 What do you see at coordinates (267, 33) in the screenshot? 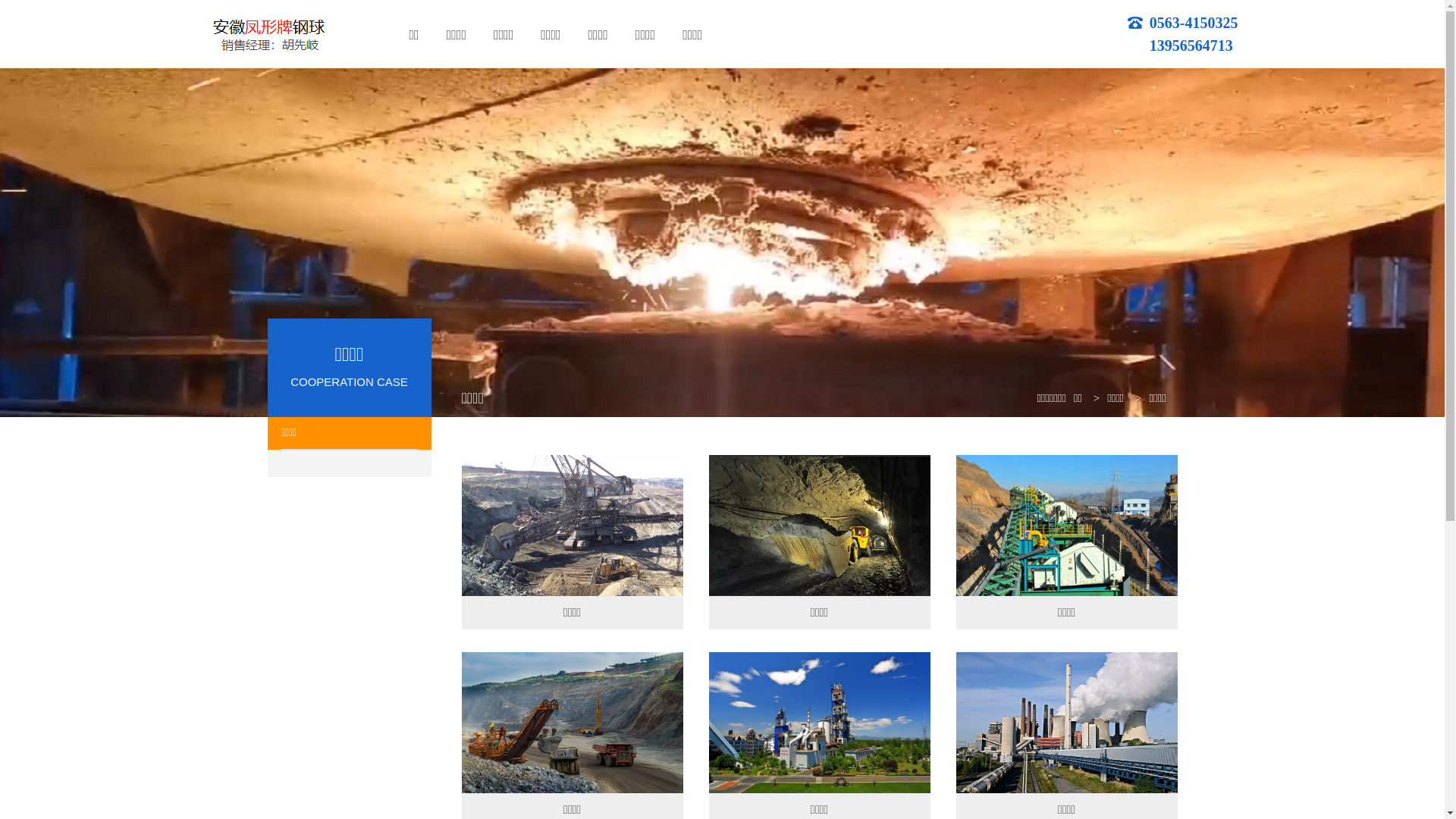
I see `'logo'` at bounding box center [267, 33].